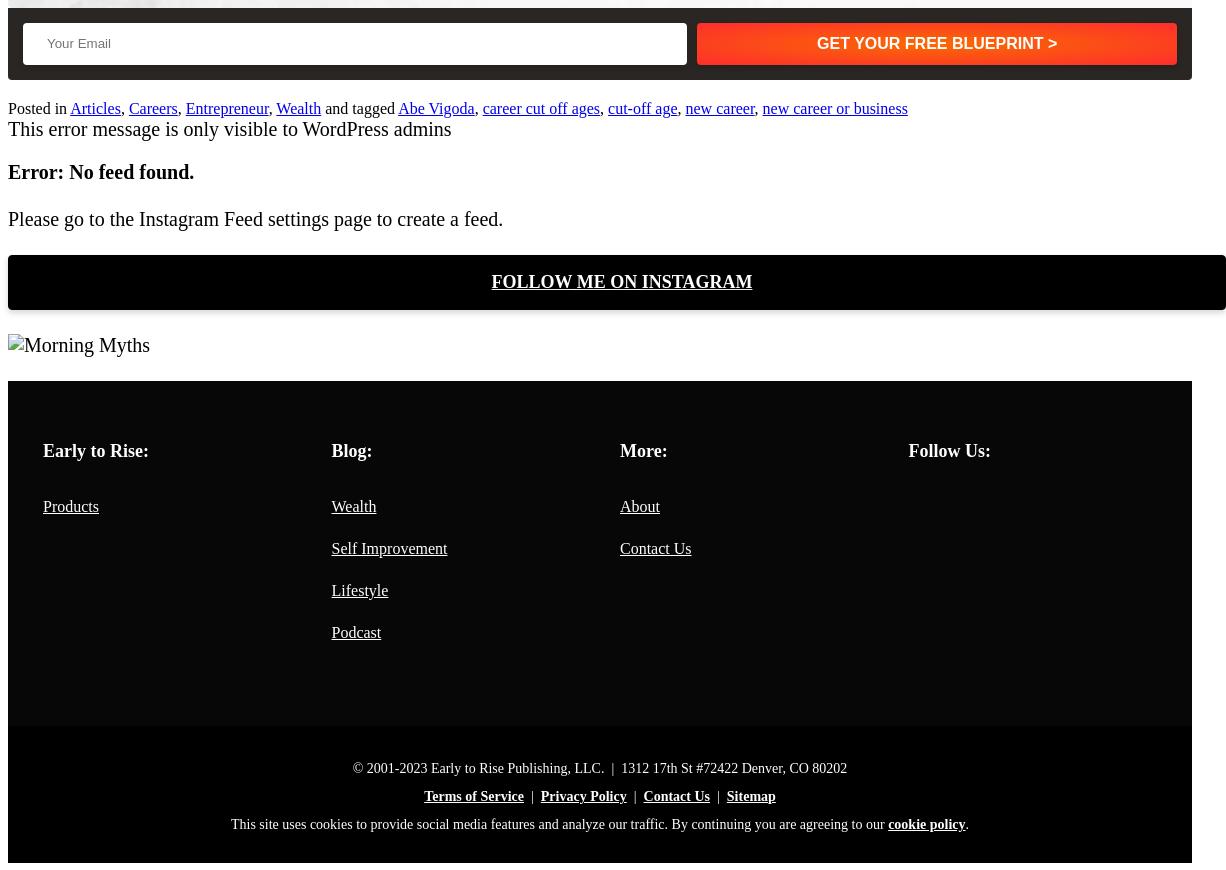  I want to click on '.', so click(965, 824).